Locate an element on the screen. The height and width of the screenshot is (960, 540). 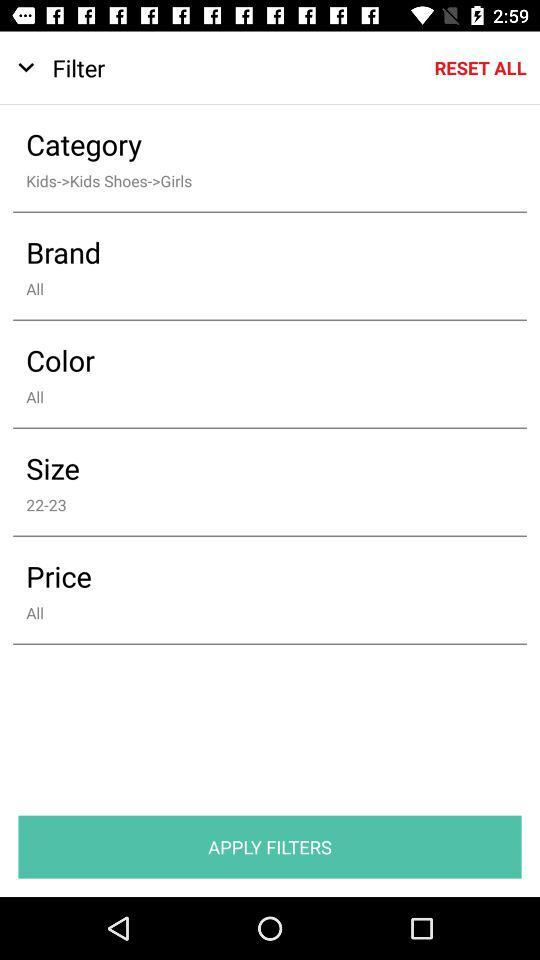
icon above the kids kids shoes is located at coordinates (256, 143).